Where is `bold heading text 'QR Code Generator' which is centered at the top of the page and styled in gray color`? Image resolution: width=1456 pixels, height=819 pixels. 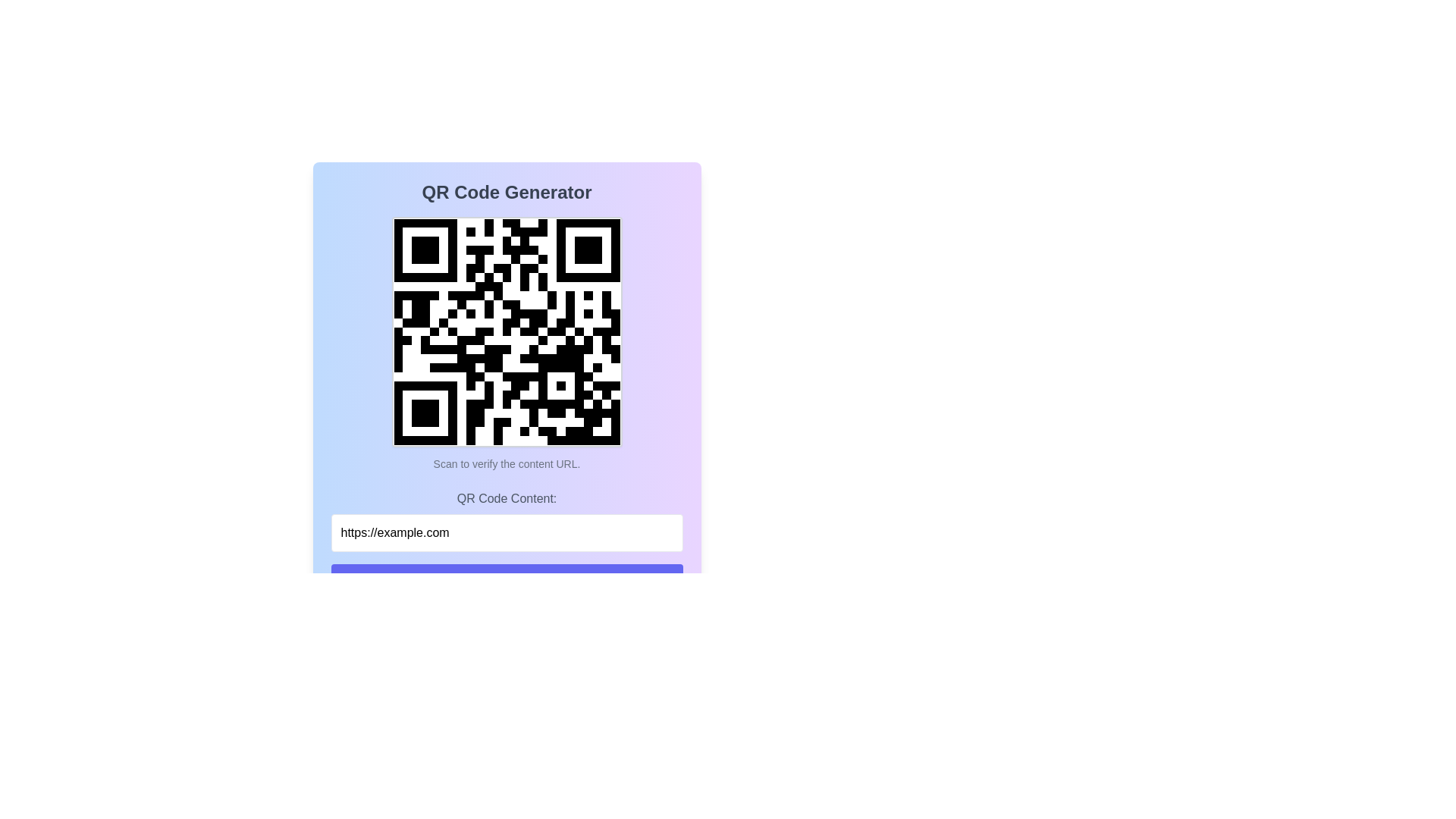 bold heading text 'QR Code Generator' which is centered at the top of the page and styled in gray color is located at coordinates (507, 192).